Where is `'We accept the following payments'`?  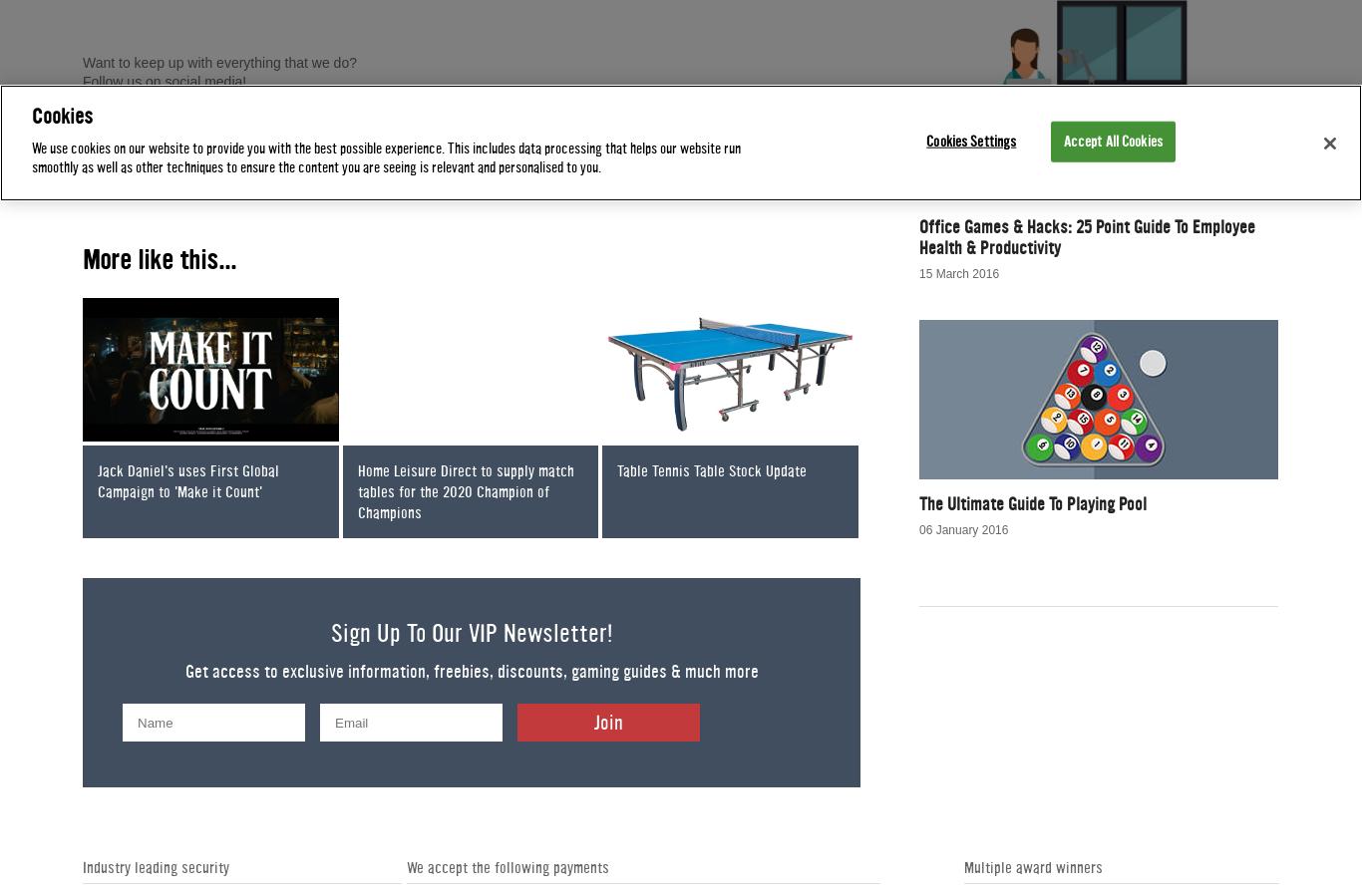 'We accept the following payments' is located at coordinates (406, 867).